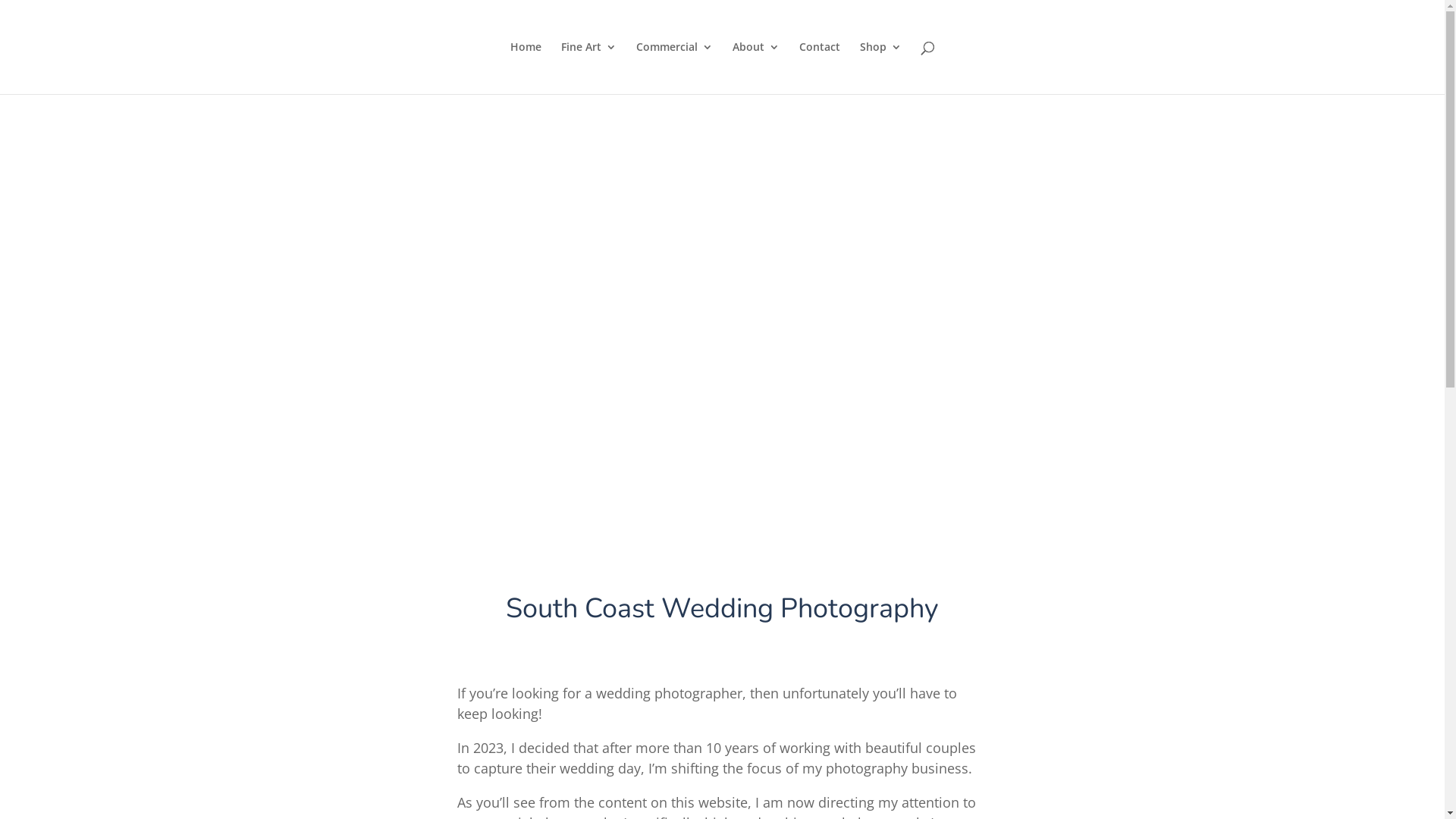 The height and width of the screenshot is (819, 1456). I want to click on 'About', so click(732, 67).